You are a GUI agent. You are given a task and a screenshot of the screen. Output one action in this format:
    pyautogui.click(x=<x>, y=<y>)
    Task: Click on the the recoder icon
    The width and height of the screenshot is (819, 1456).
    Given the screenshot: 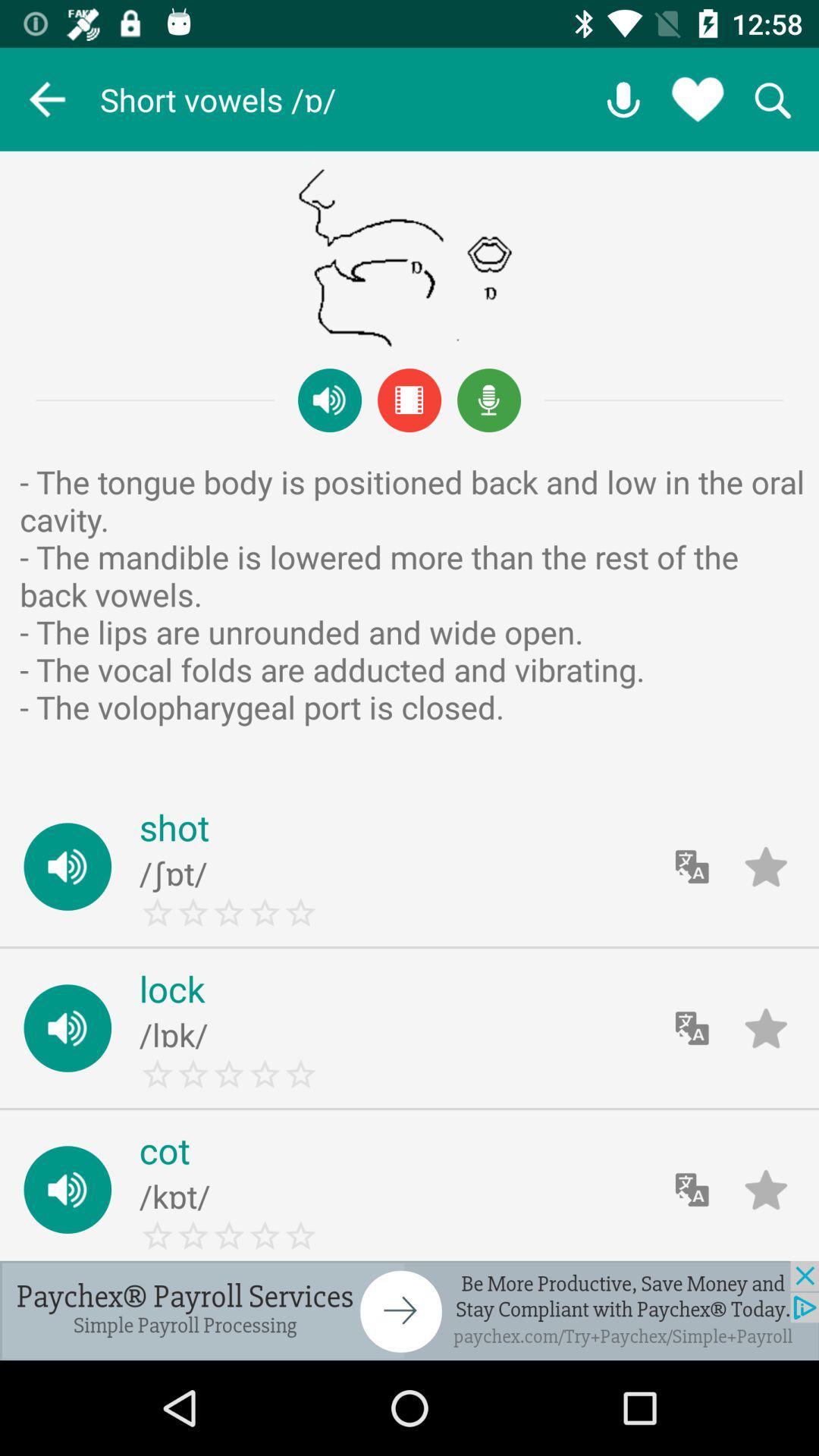 What is the action you would take?
    pyautogui.click(x=489, y=400)
    